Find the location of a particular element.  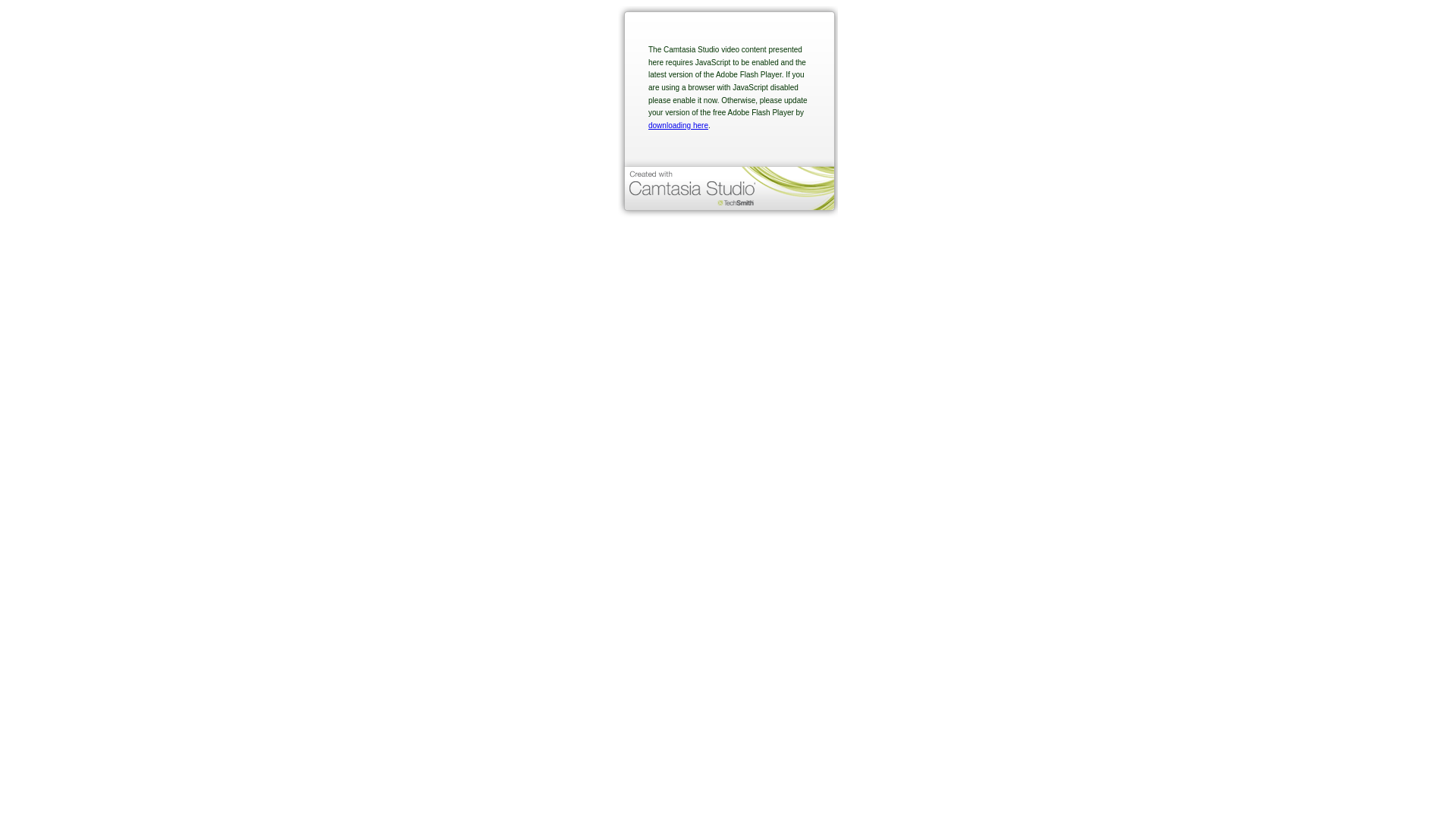

'downloading here' is located at coordinates (648, 124).